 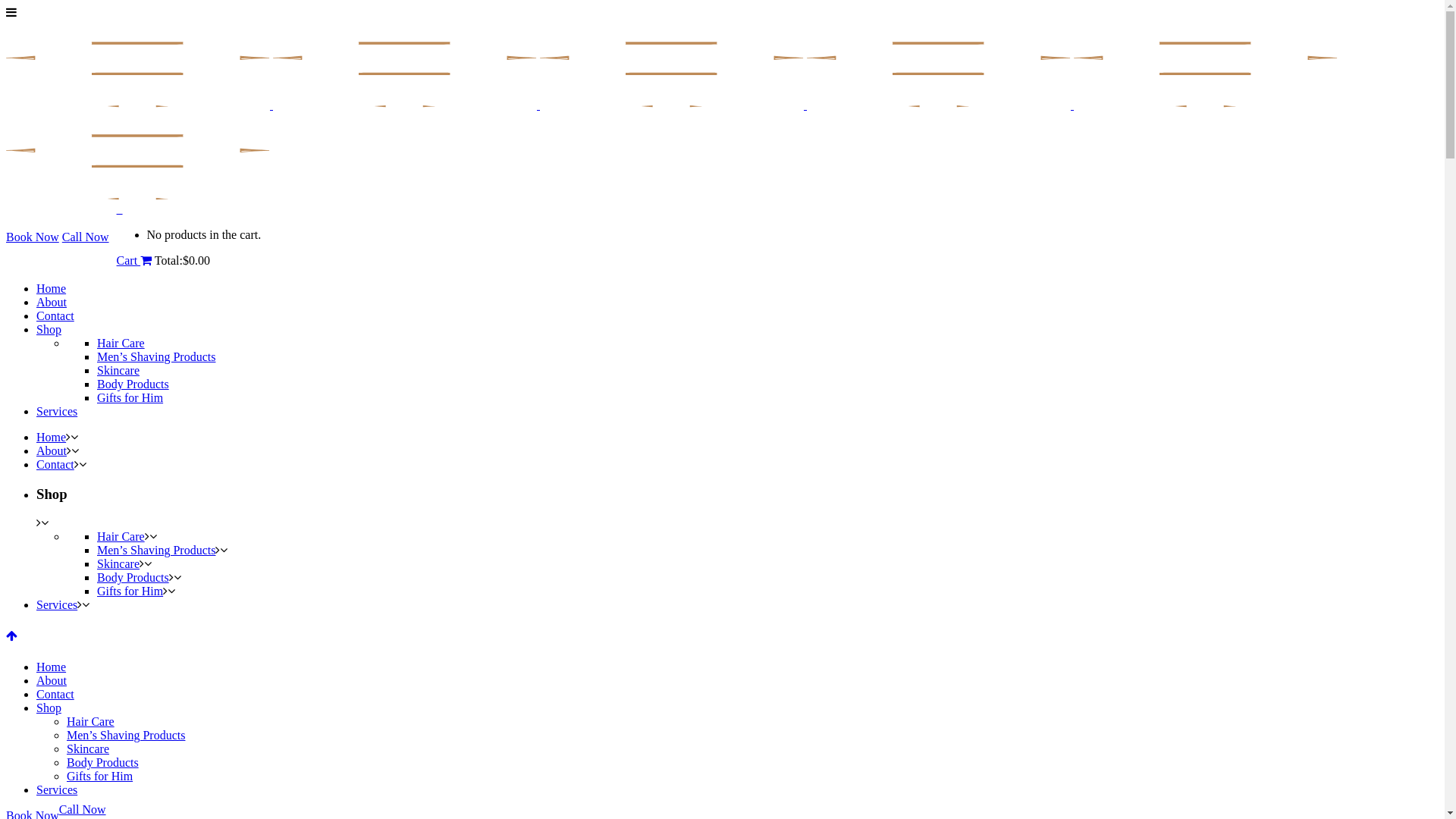 What do you see at coordinates (130, 397) in the screenshot?
I see `'Gifts for Him'` at bounding box center [130, 397].